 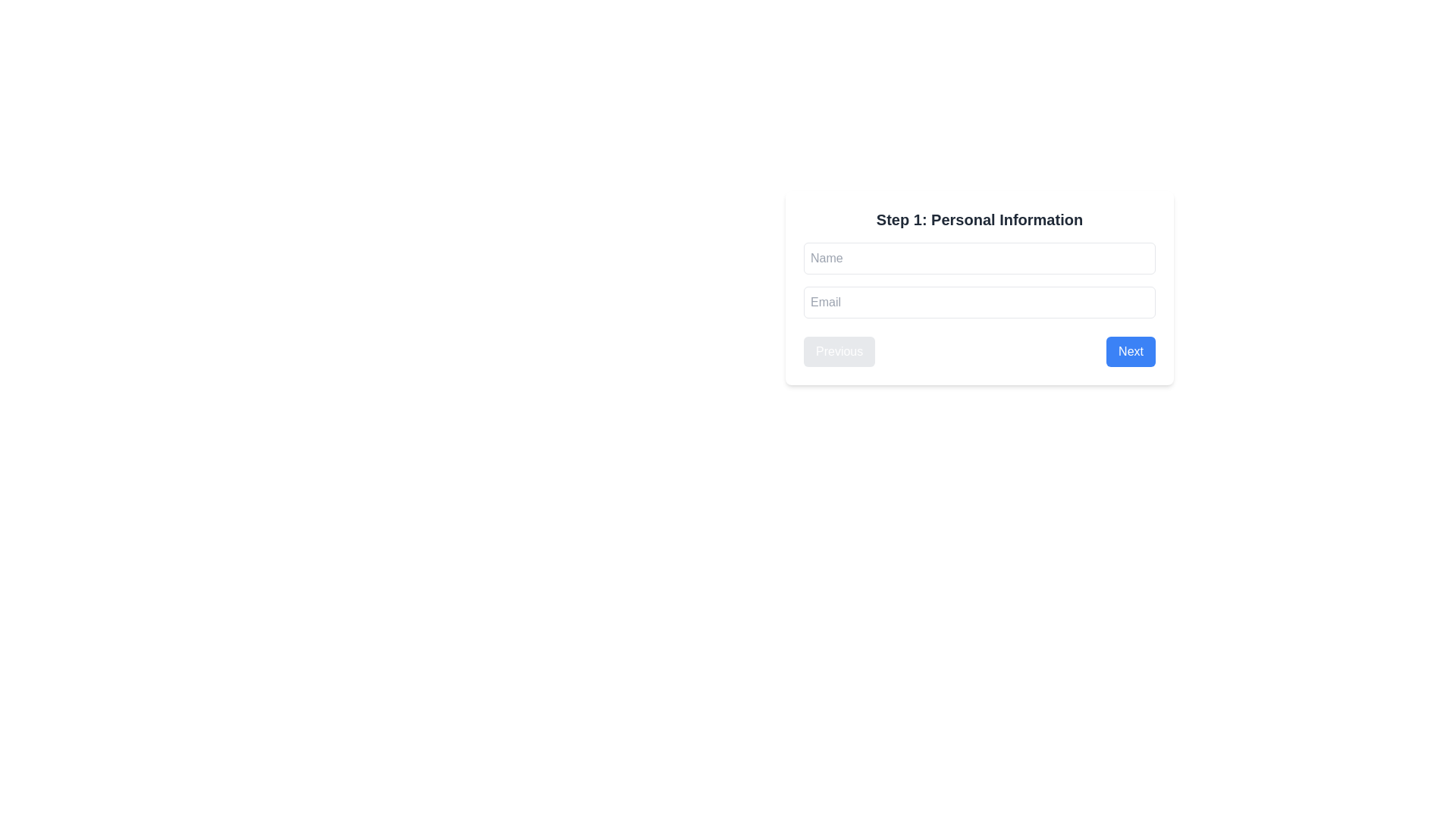 I want to click on the email input field located below the 'Name' input field, so click(x=979, y=302).